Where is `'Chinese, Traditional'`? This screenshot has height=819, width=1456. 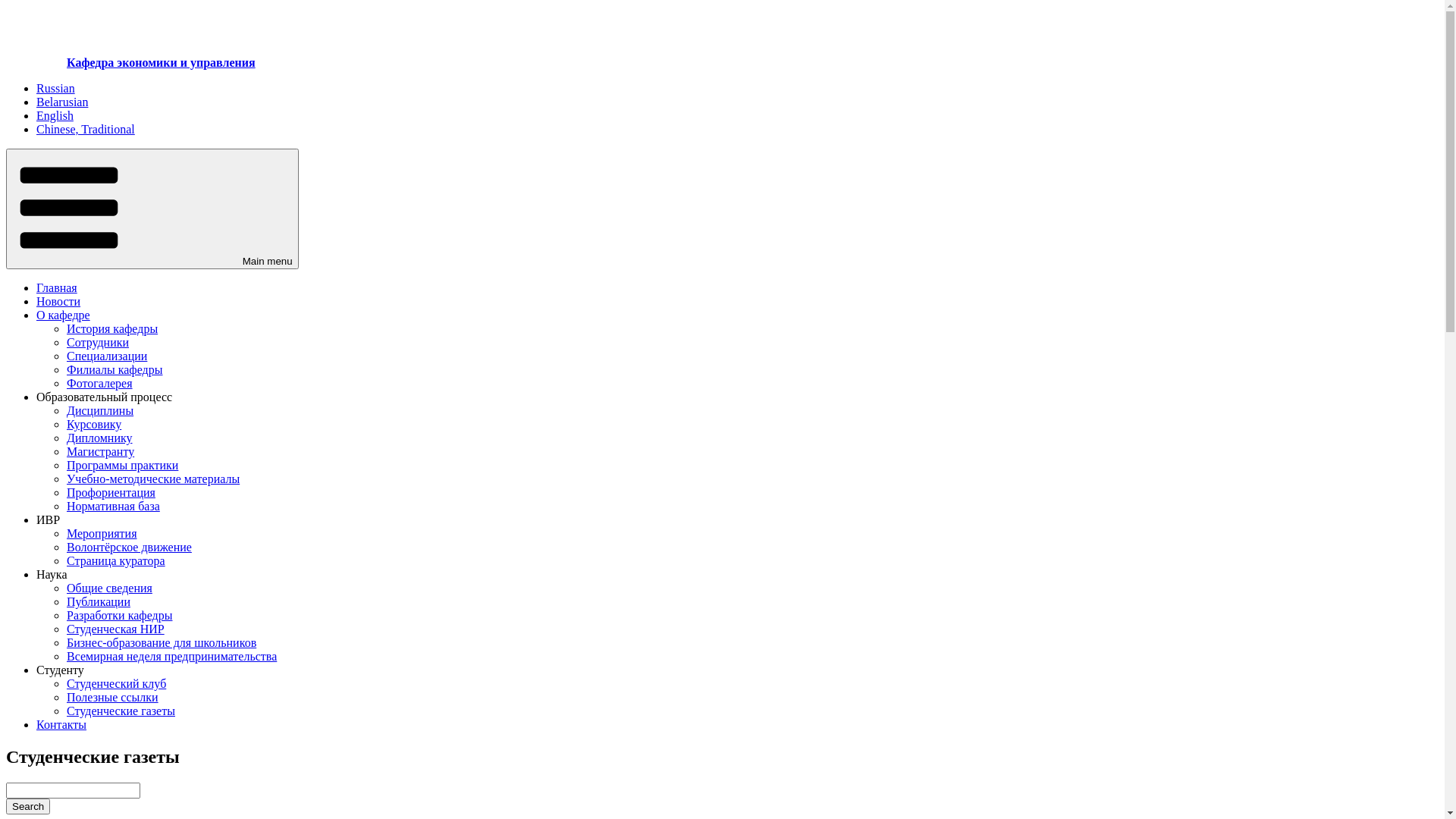 'Chinese, Traditional' is located at coordinates (36, 128).